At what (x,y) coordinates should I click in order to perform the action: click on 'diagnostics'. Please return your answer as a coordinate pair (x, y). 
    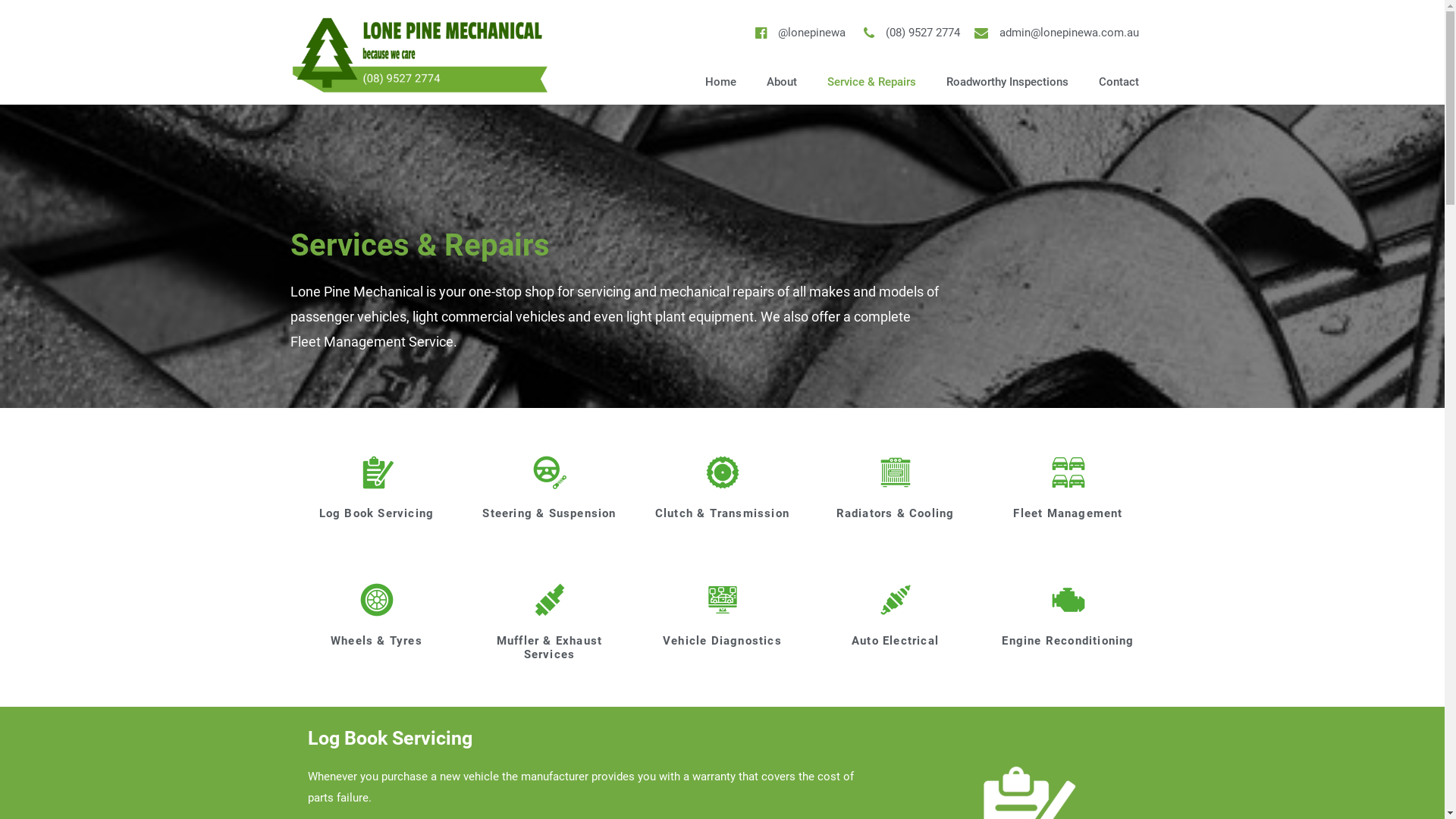
    Looking at the image, I should click on (702, 598).